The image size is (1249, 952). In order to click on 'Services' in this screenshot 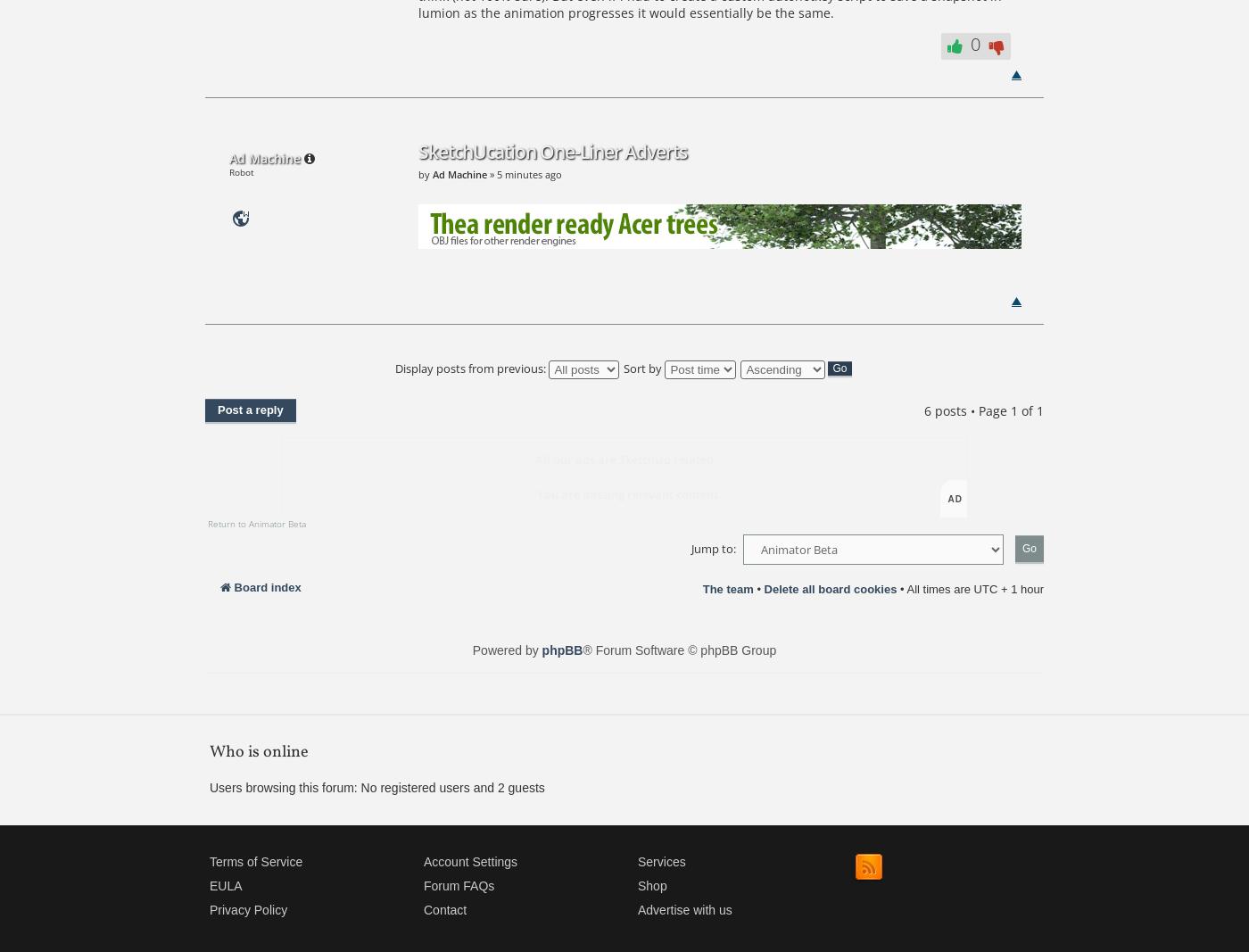, I will do `click(661, 860)`.